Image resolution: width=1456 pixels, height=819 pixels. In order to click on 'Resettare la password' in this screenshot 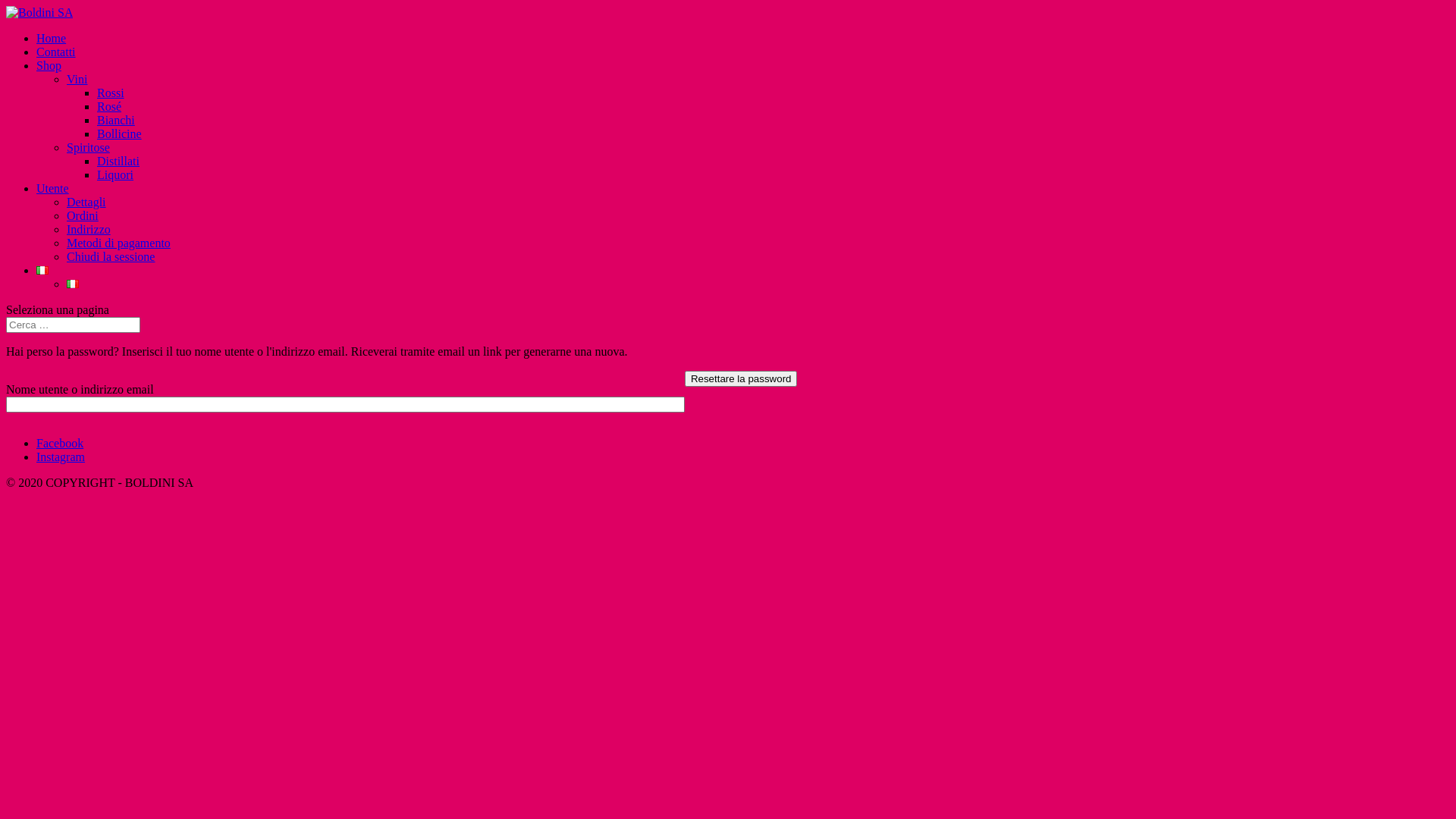, I will do `click(741, 378)`.